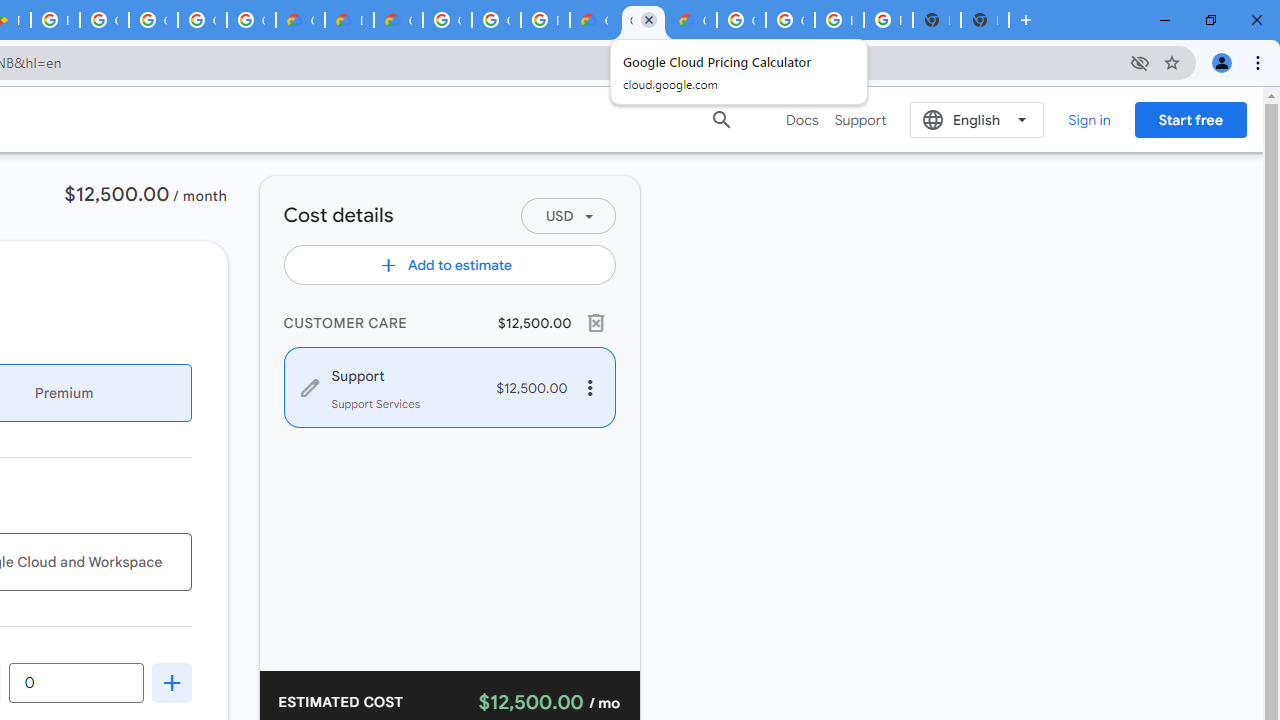  I want to click on 'Docs', so click(802, 119).